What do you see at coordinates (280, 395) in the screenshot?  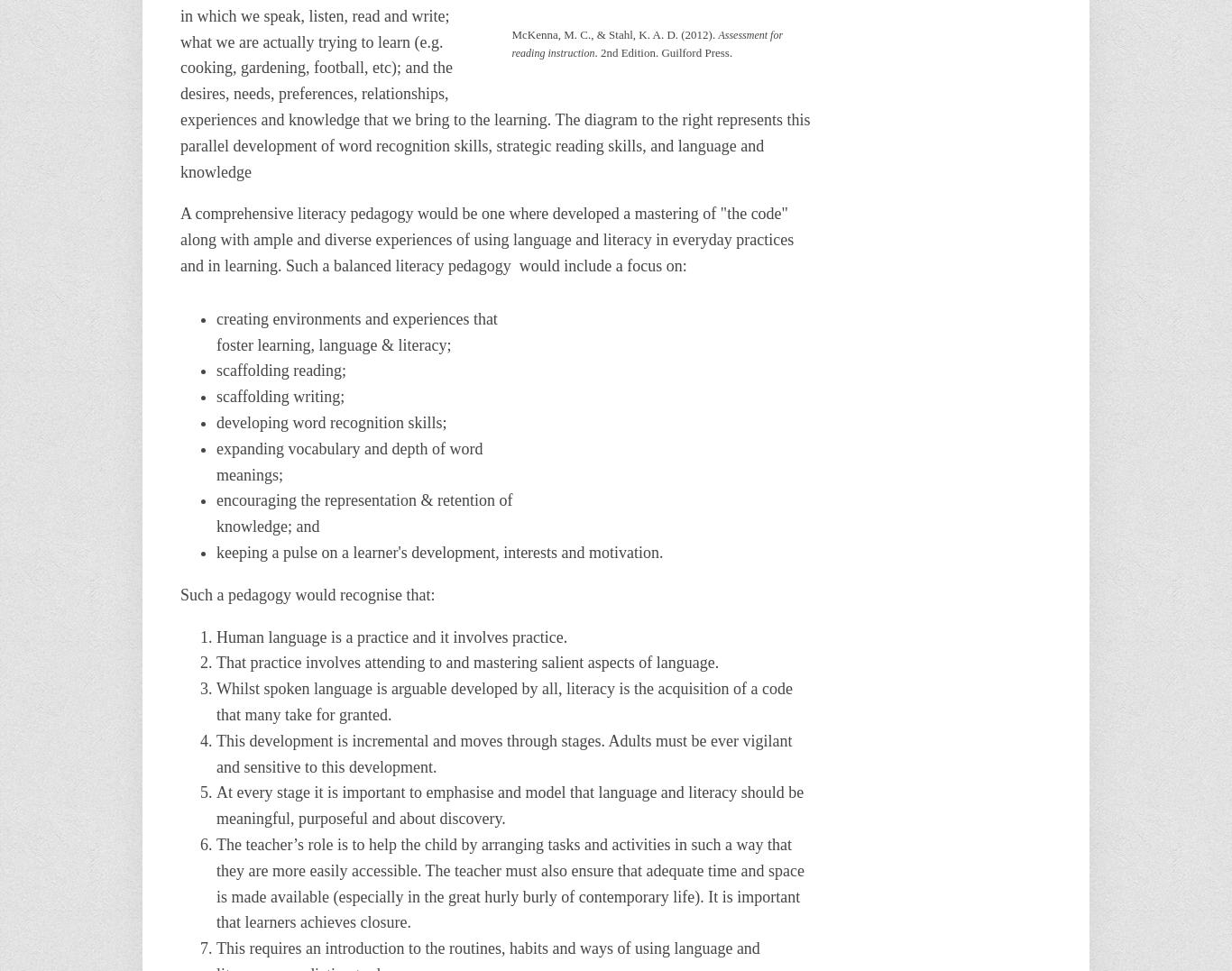 I see `'scaffolding writing;'` at bounding box center [280, 395].